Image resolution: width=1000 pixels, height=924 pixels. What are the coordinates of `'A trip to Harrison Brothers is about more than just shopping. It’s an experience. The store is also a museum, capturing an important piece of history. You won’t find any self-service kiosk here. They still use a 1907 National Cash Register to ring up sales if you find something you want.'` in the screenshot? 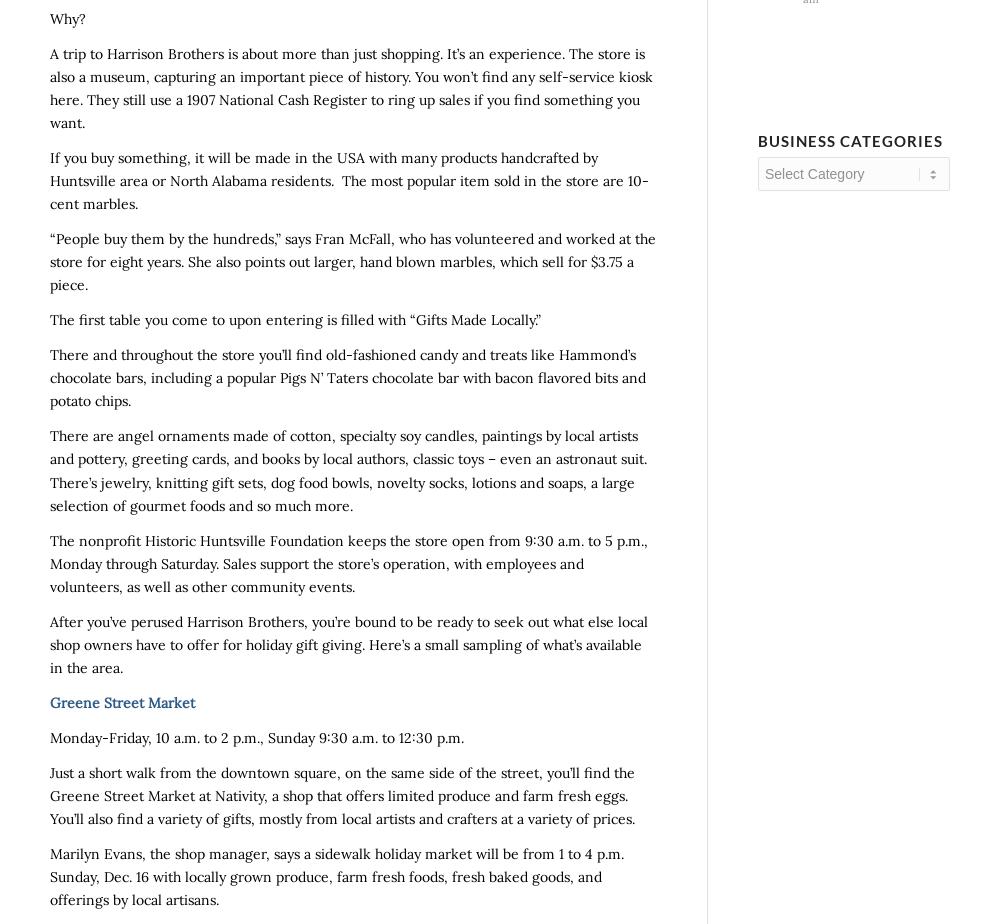 It's located at (350, 87).